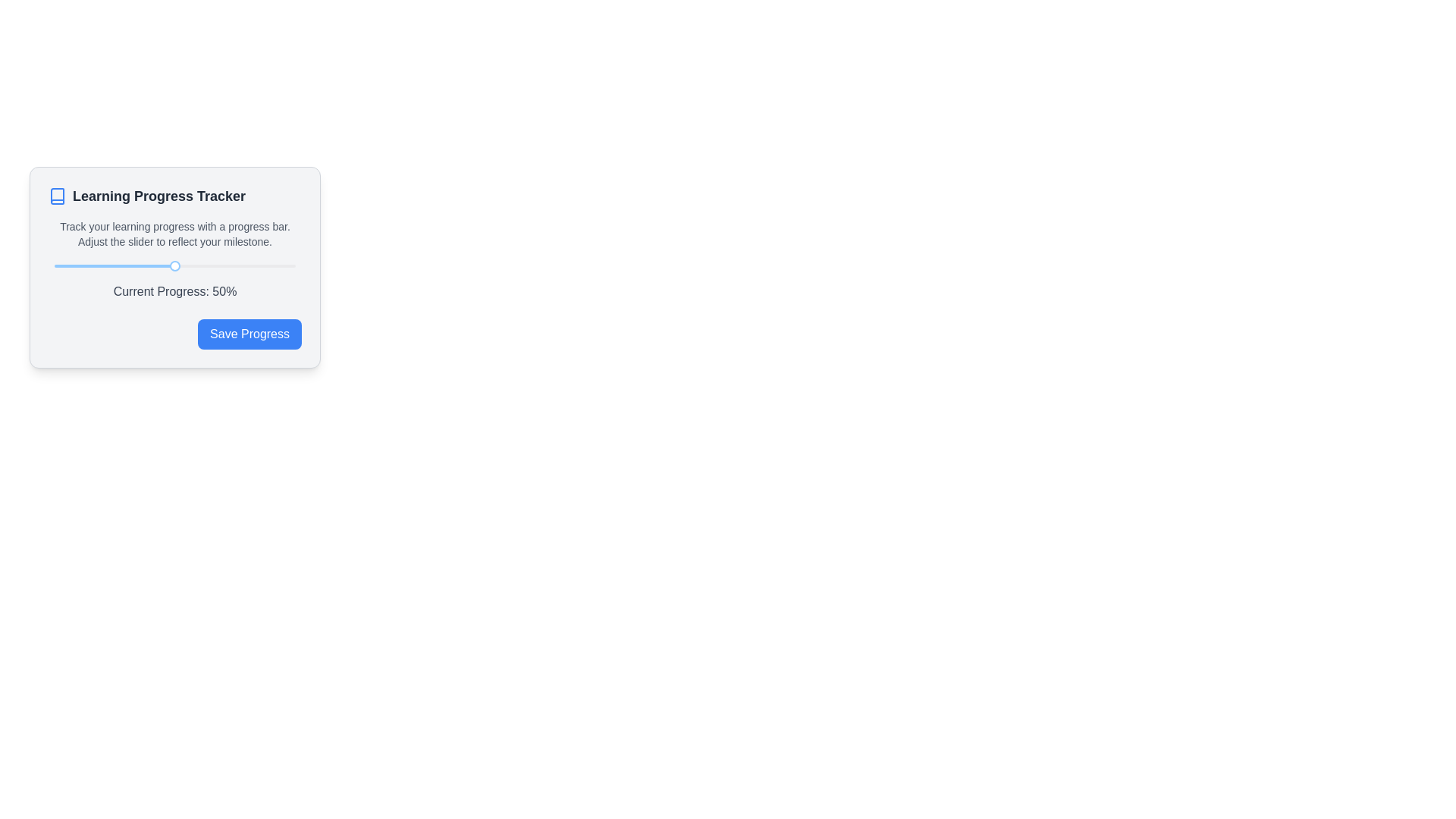 Image resolution: width=1456 pixels, height=819 pixels. What do you see at coordinates (172, 265) in the screenshot?
I see `the current progress` at bounding box center [172, 265].